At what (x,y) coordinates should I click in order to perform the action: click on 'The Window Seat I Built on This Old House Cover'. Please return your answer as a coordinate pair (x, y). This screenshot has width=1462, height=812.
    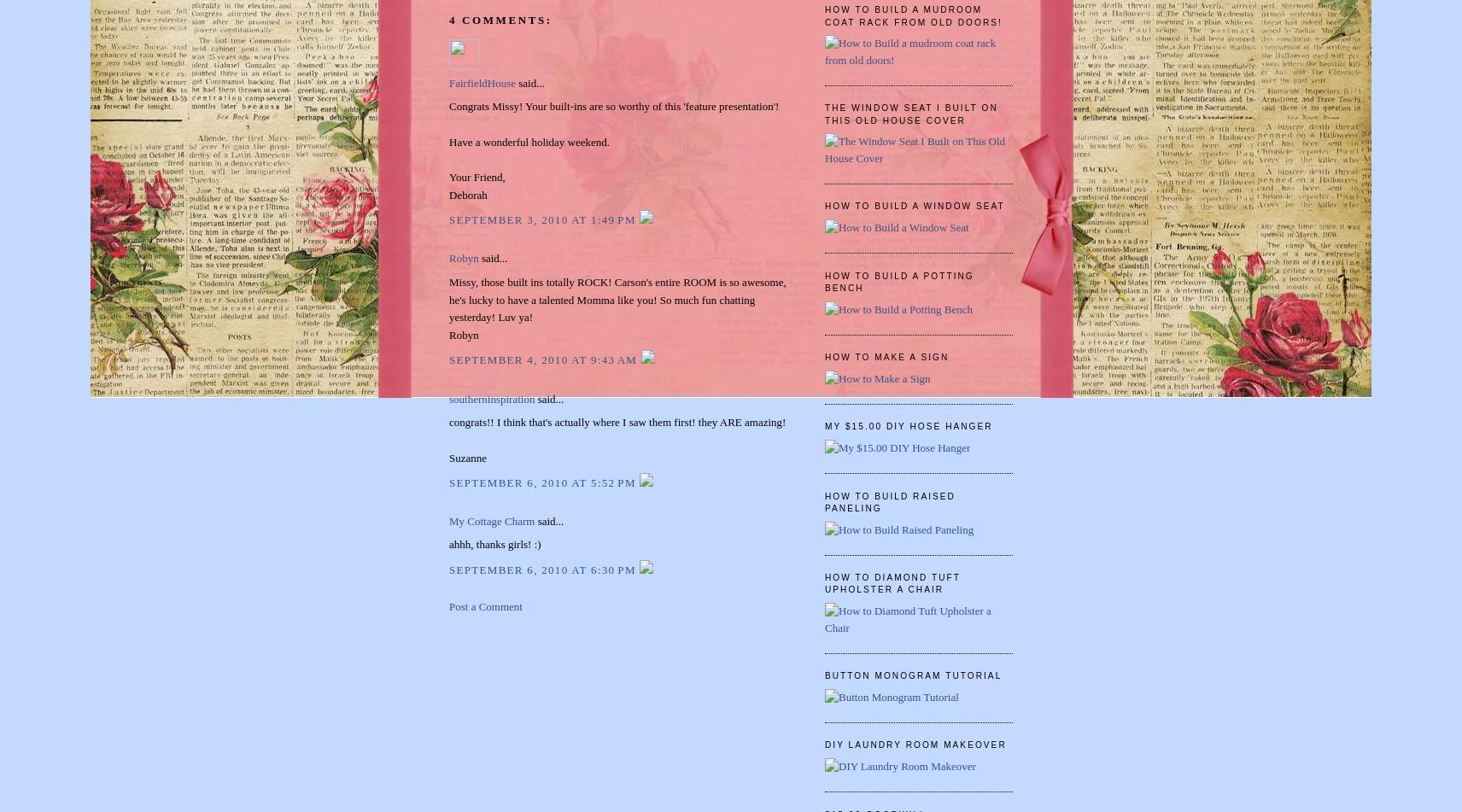
    Looking at the image, I should click on (909, 114).